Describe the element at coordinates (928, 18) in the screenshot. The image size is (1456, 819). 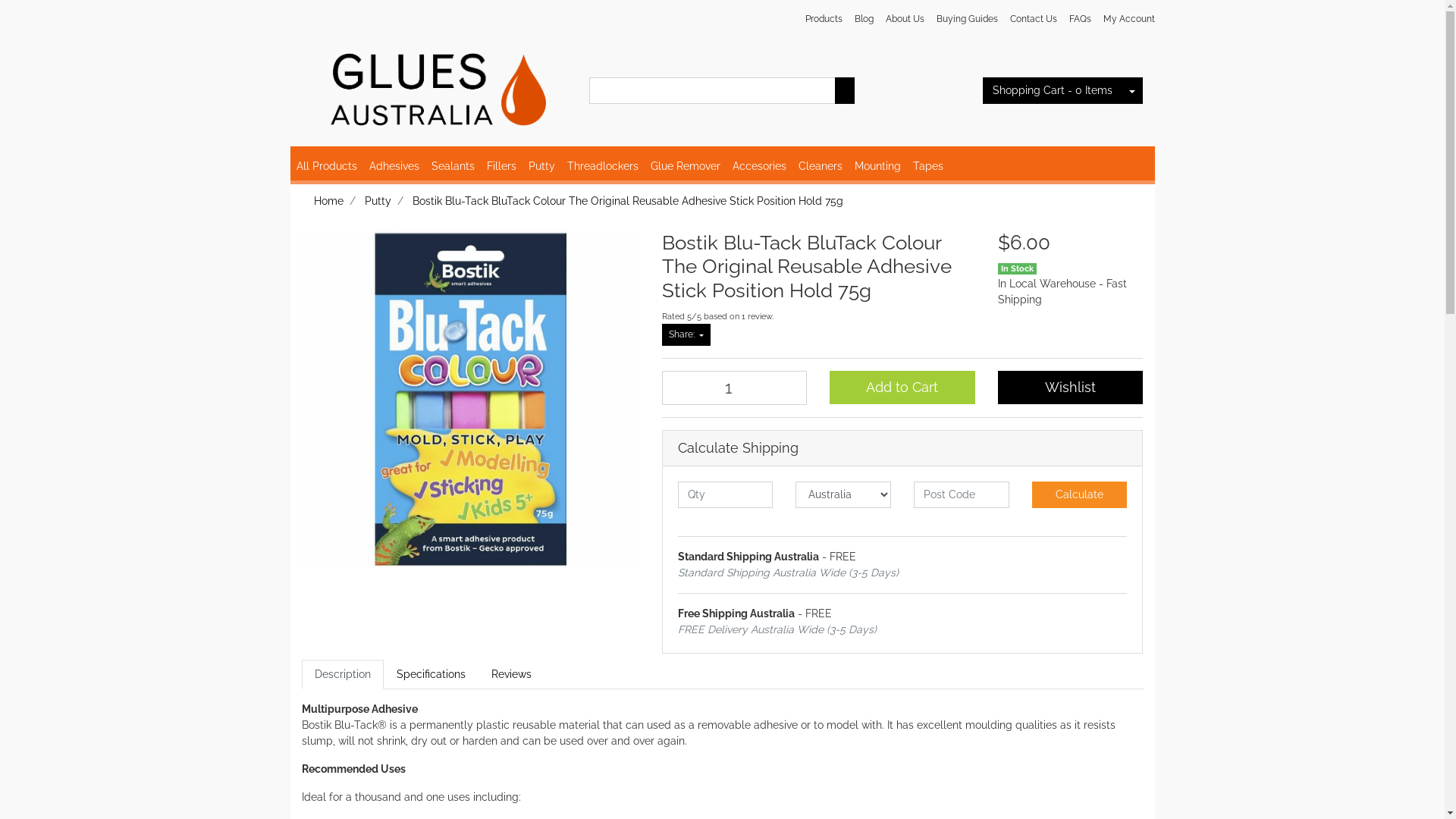
I see `'Buying Guides'` at that location.